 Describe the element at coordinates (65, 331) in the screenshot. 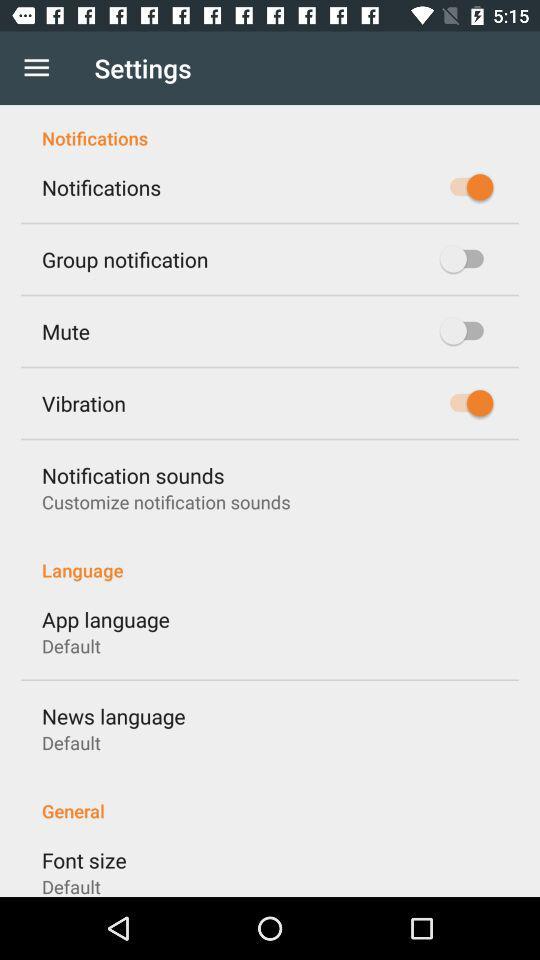

I see `the icon below the group notification item` at that location.